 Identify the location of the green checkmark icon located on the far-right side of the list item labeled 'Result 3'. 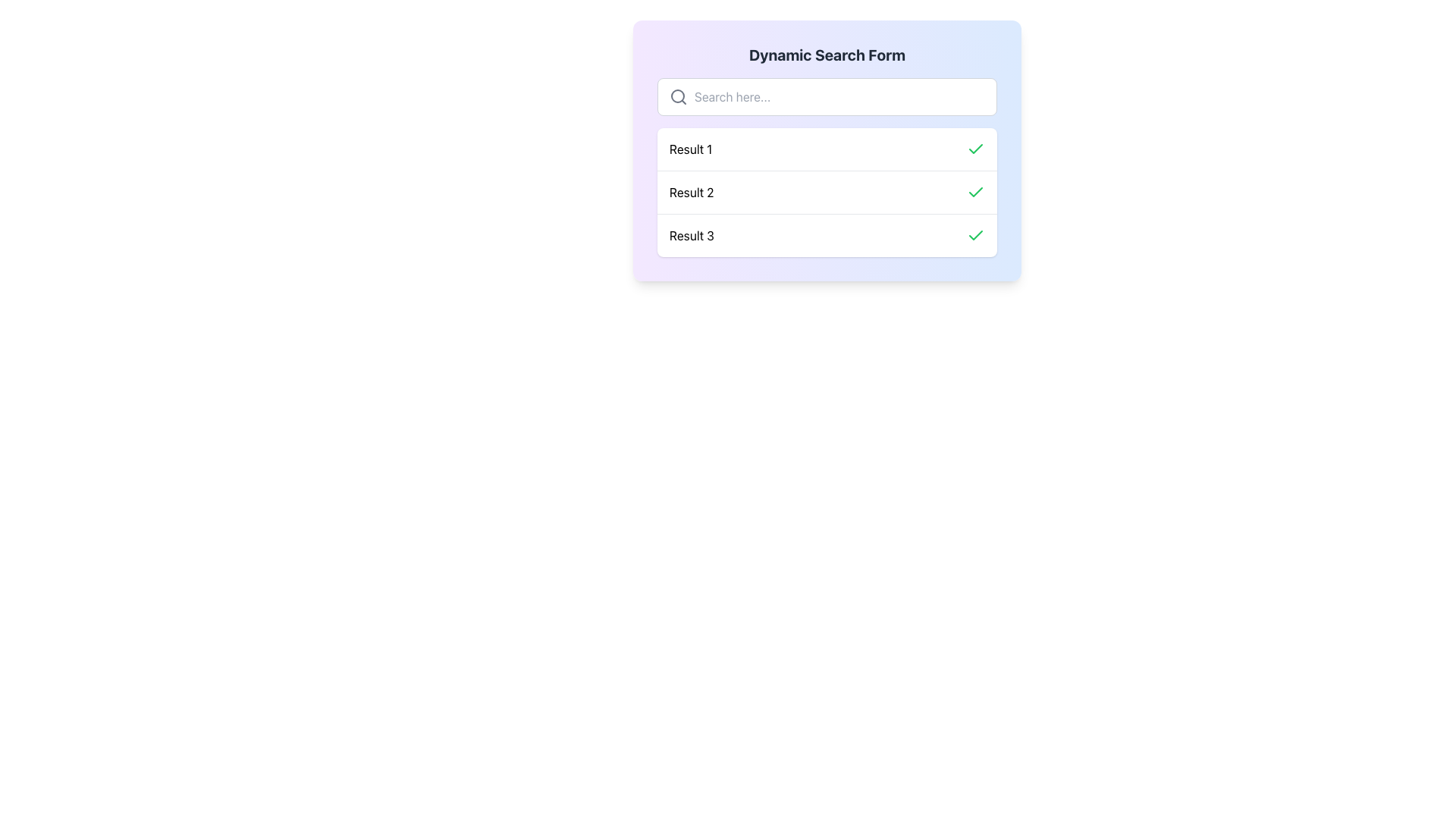
(975, 236).